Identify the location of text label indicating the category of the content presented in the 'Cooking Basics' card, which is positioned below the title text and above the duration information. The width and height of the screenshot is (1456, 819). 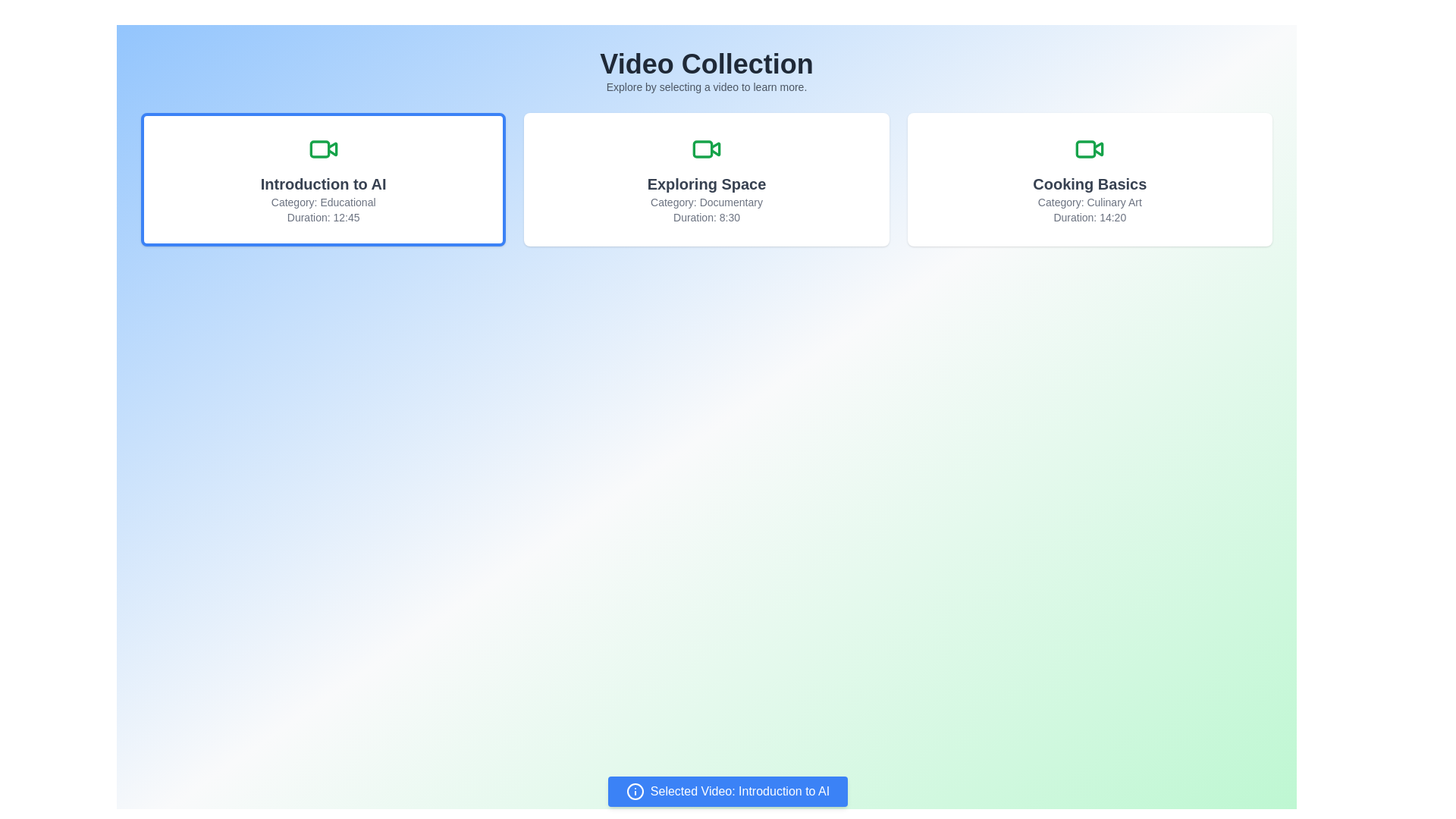
(1089, 201).